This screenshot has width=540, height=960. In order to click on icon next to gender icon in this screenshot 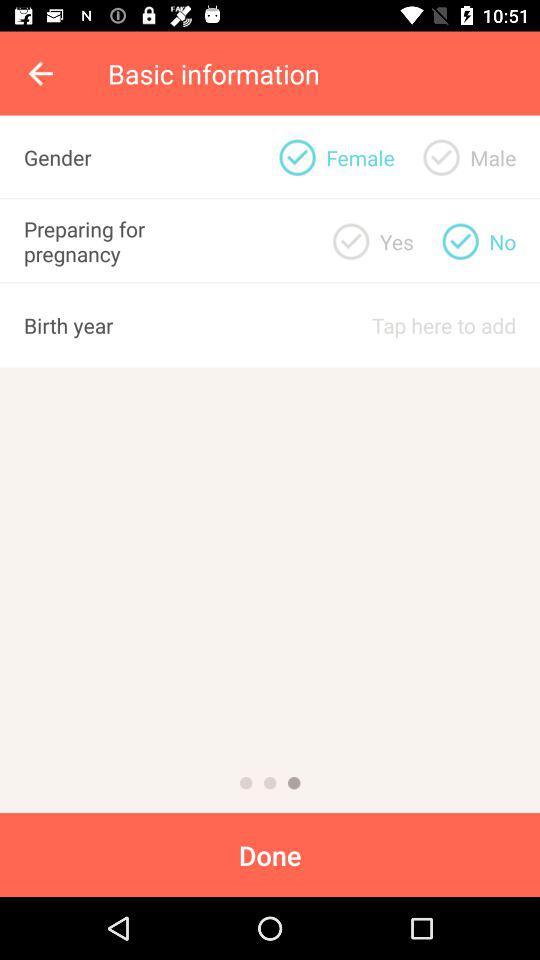, I will do `click(296, 156)`.